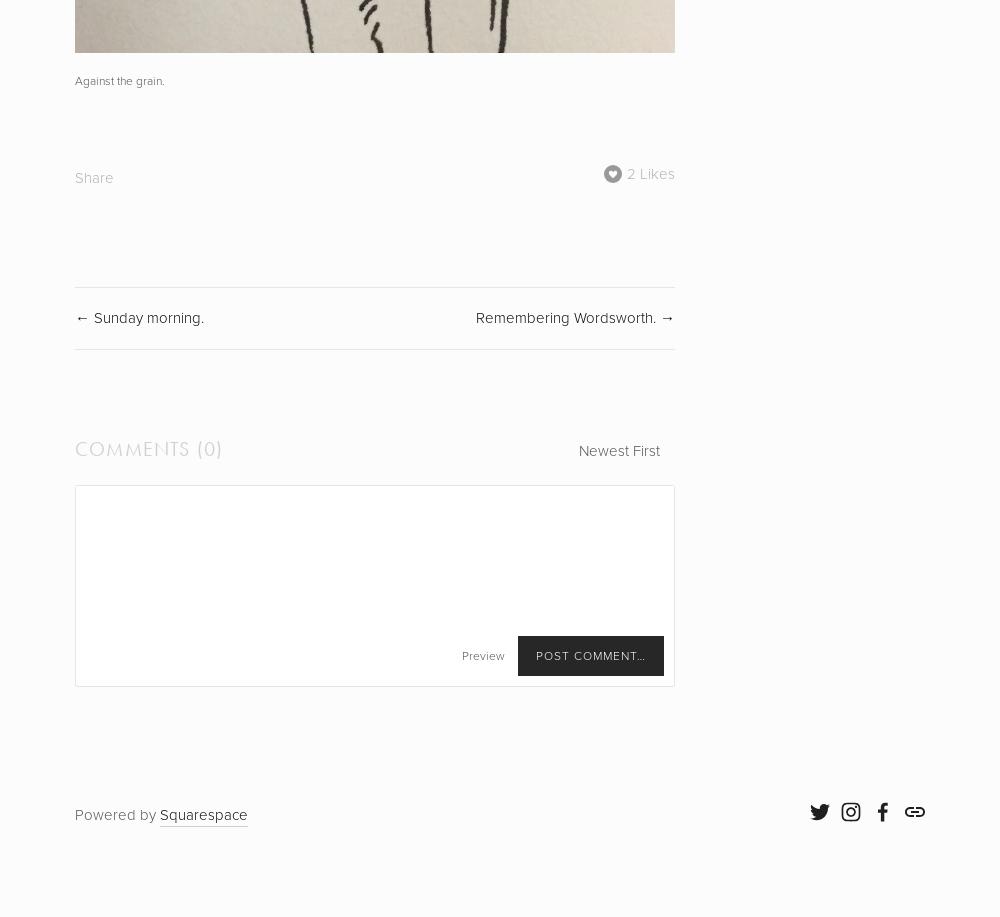 The image size is (1000, 917). Describe the element at coordinates (482, 656) in the screenshot. I see `'Preview'` at that location.